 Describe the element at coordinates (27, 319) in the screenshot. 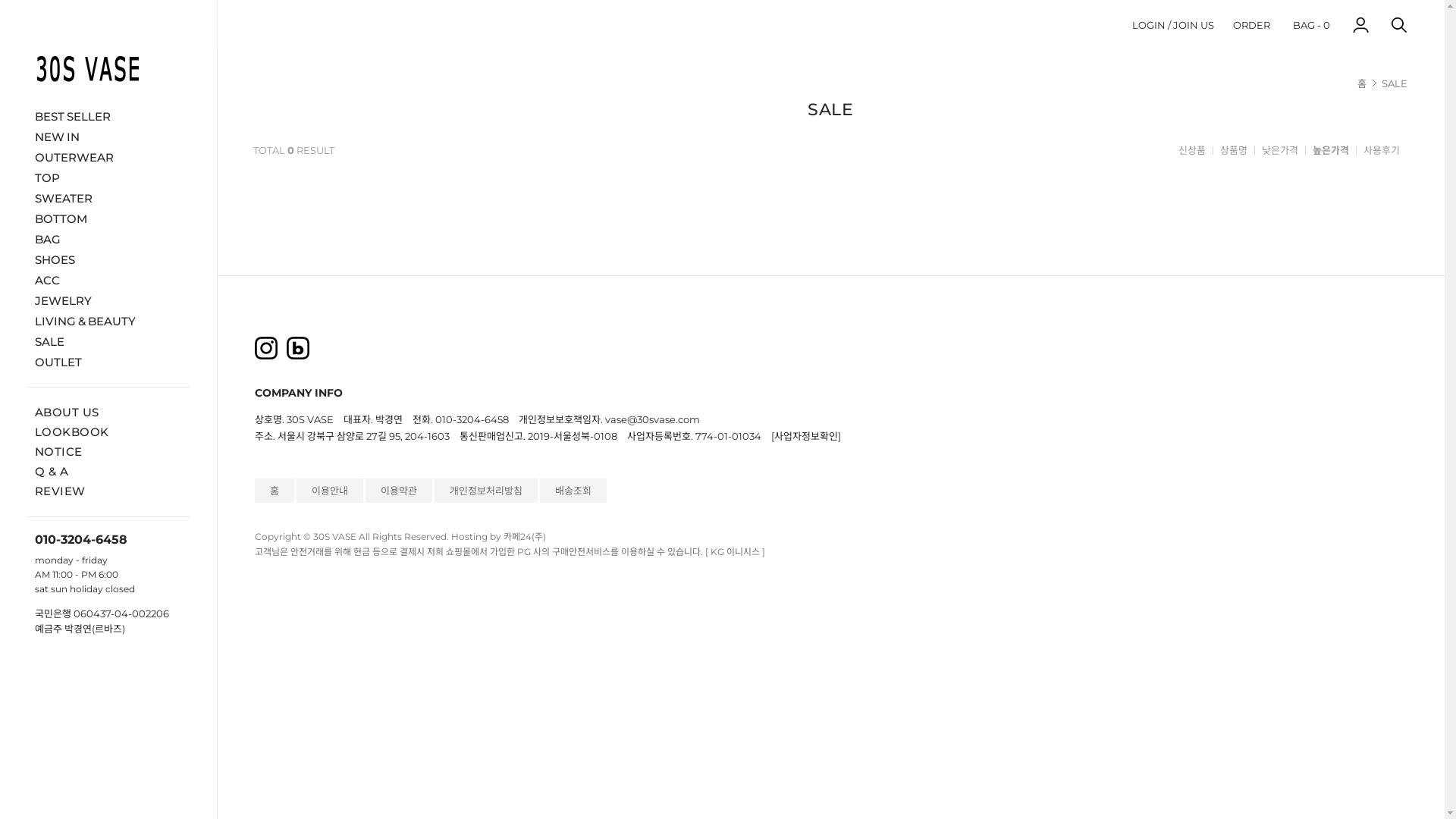

I see `'LIVING & BEAUTY'` at that location.